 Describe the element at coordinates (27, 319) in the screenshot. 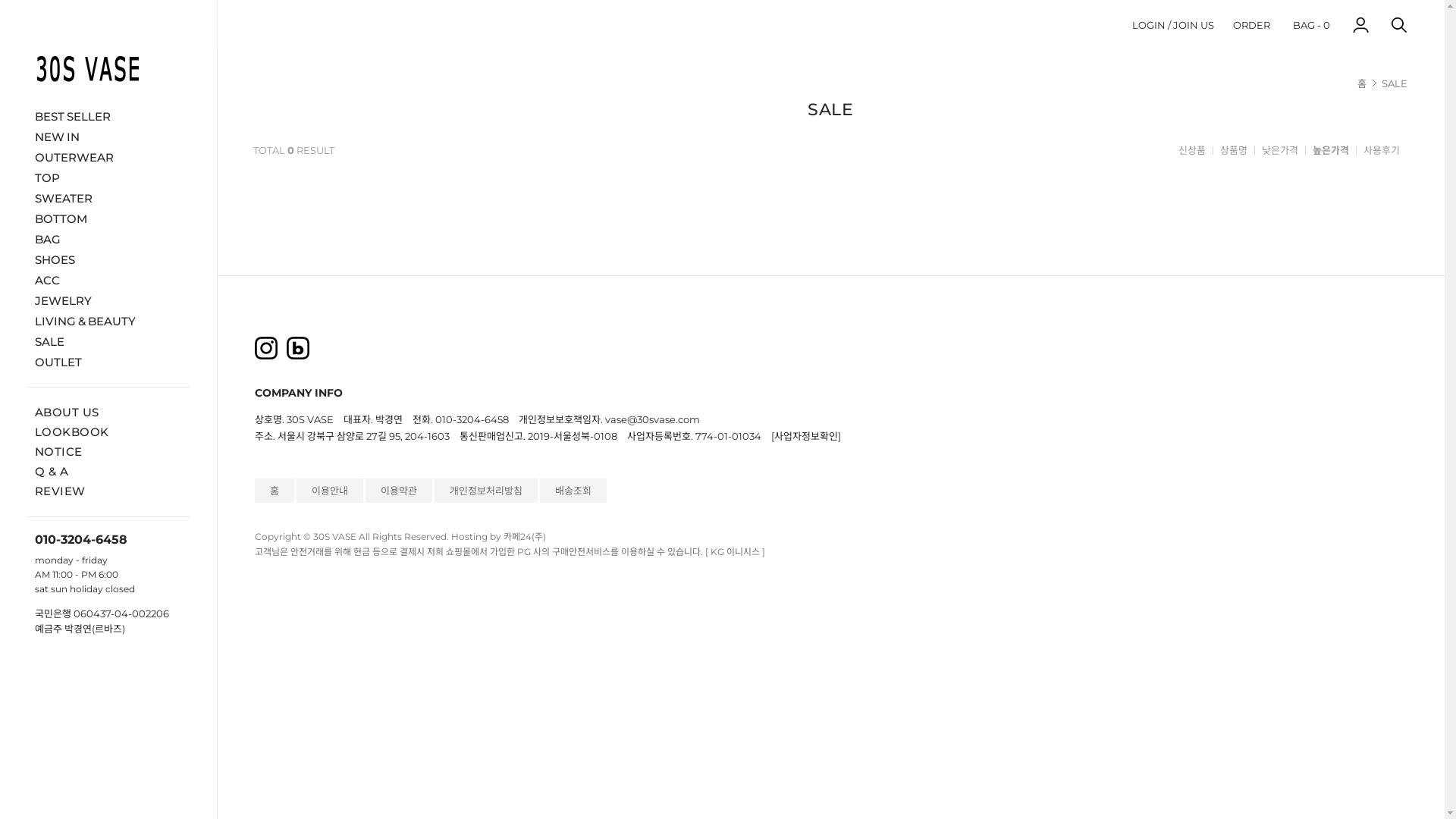

I see `'LIVING & BEAUTY'` at that location.